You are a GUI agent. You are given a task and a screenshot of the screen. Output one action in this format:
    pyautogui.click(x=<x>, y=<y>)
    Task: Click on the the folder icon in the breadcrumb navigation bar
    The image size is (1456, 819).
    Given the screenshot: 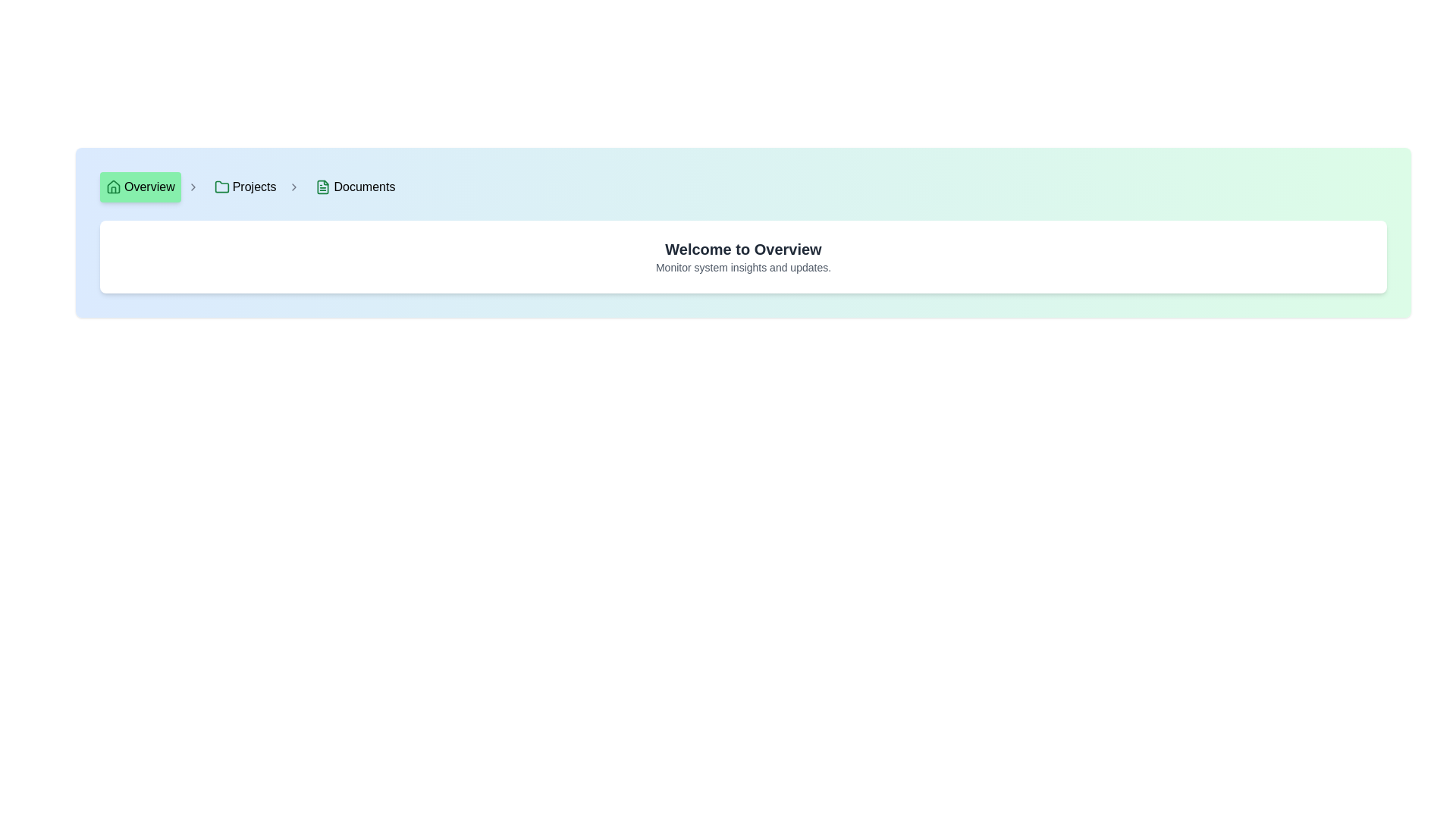 What is the action you would take?
    pyautogui.click(x=221, y=186)
    